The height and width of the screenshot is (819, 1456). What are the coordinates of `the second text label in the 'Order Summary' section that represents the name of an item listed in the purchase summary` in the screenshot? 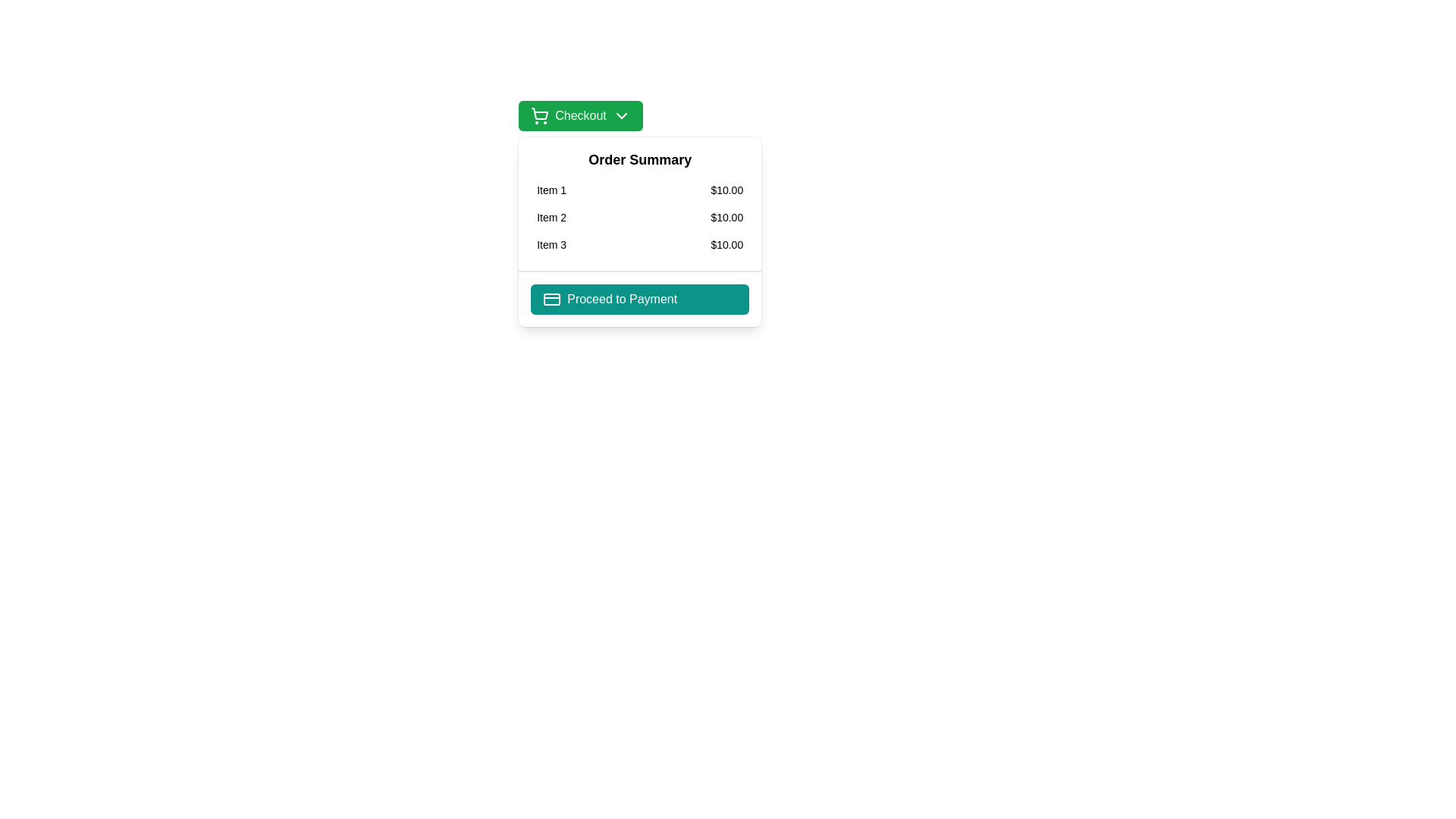 It's located at (551, 217).